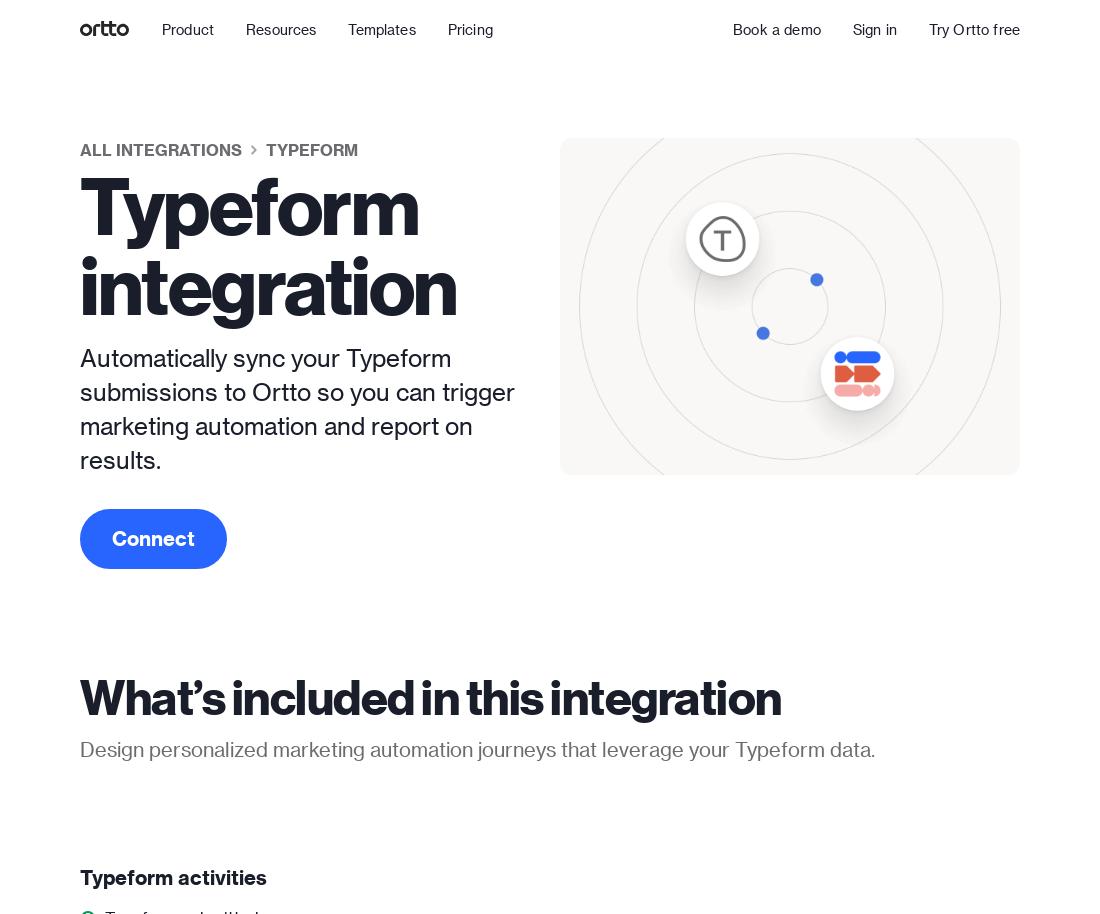 This screenshot has width=1100, height=914. Describe the element at coordinates (152, 536) in the screenshot. I see `'Connect'` at that location.